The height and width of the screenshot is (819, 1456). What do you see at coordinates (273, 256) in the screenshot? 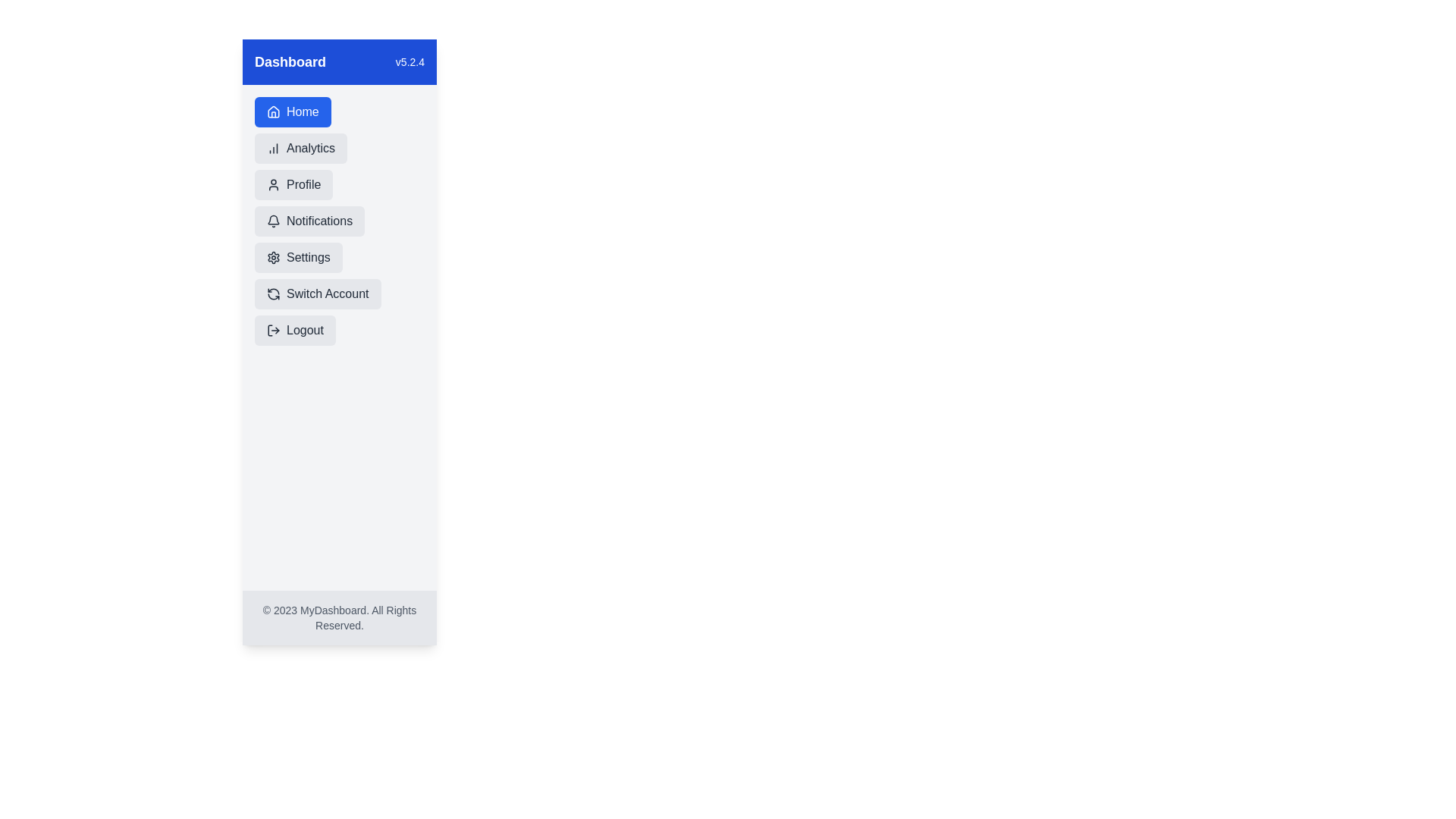
I see `the settings icon located in the vertical menu on the left-hand sidebar, positioned to the left of the text 'Settings'` at bounding box center [273, 256].